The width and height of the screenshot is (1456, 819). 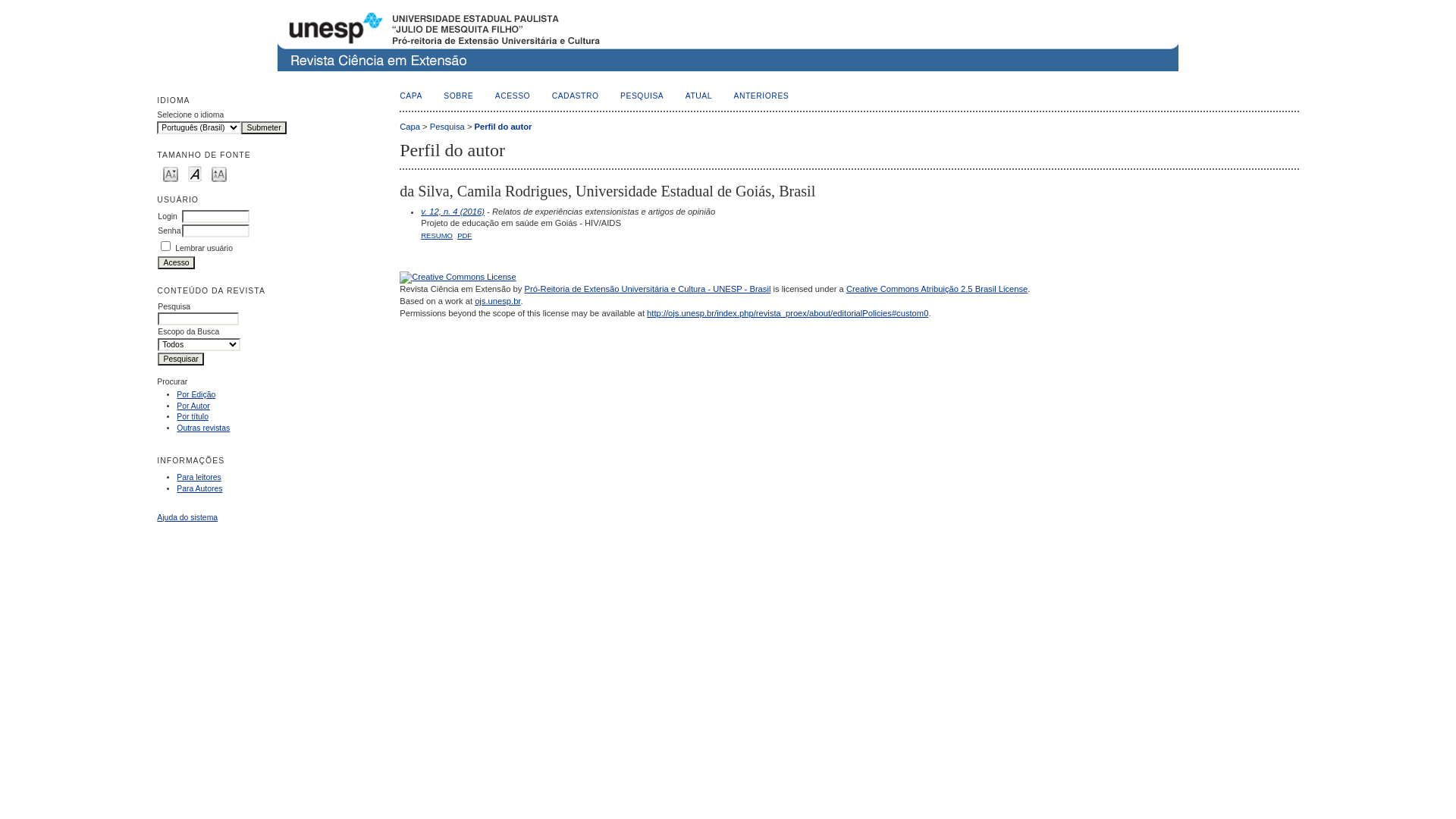 I want to click on 'Perfil do autor', so click(x=473, y=125).